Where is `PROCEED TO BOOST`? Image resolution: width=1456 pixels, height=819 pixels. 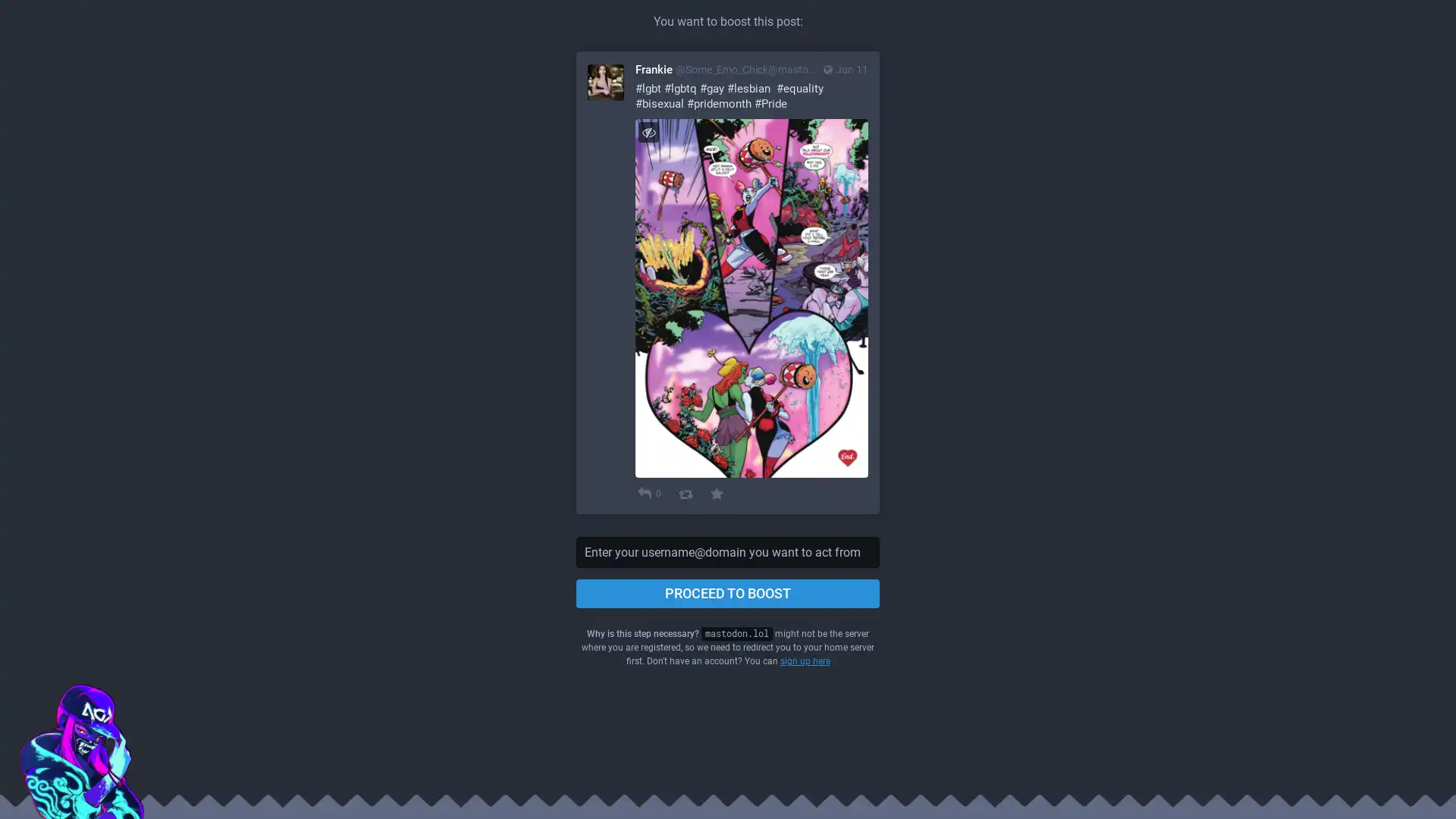
PROCEED TO BOOST is located at coordinates (728, 593).